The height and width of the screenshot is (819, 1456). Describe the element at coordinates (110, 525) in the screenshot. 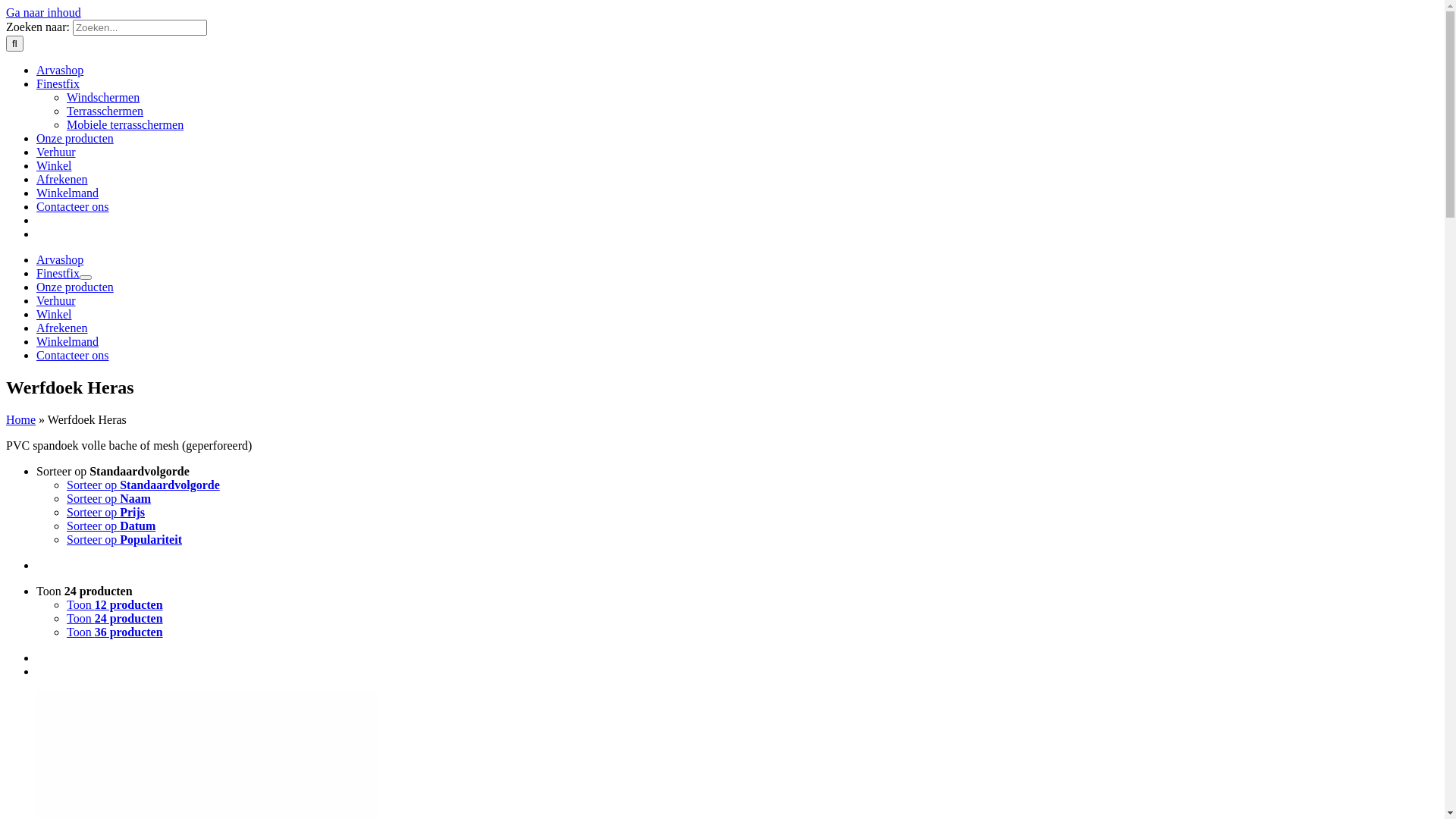

I see `'Sorteer op Datum'` at that location.